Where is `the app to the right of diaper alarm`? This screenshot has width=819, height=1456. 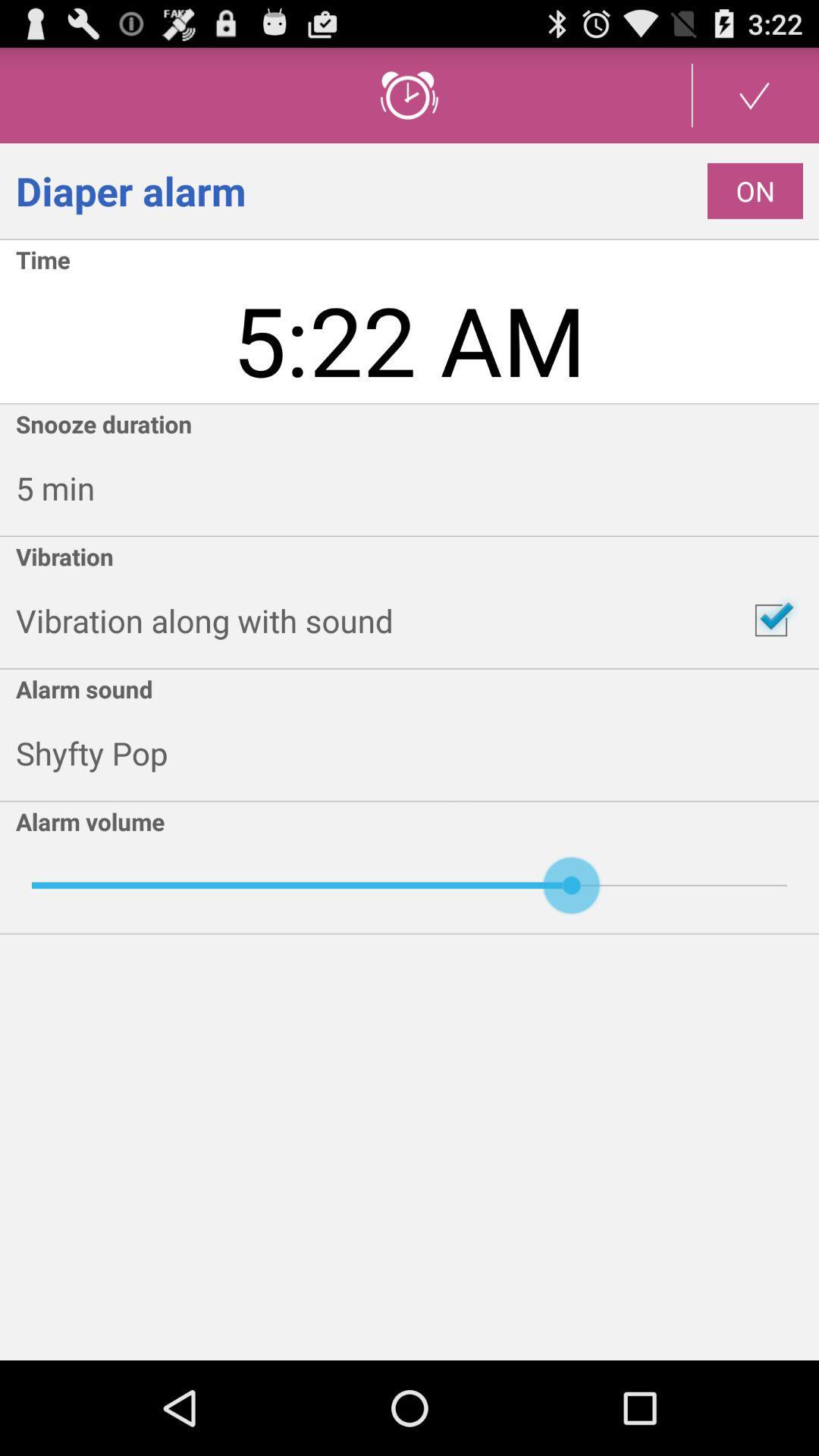
the app to the right of diaper alarm is located at coordinates (755, 190).